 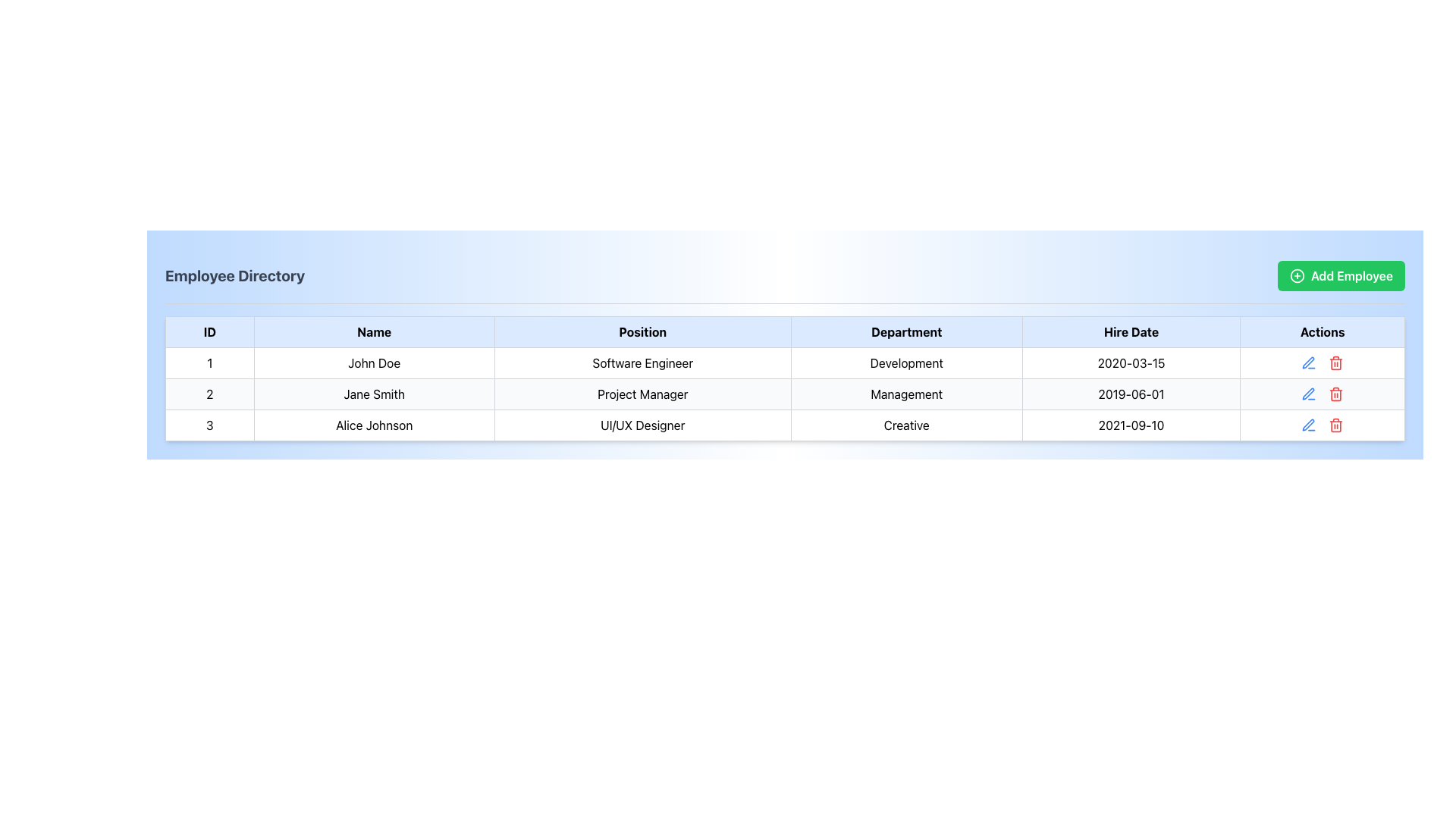 What do you see at coordinates (785, 362) in the screenshot?
I see `the first row of the employee table containing details about John Doe` at bounding box center [785, 362].